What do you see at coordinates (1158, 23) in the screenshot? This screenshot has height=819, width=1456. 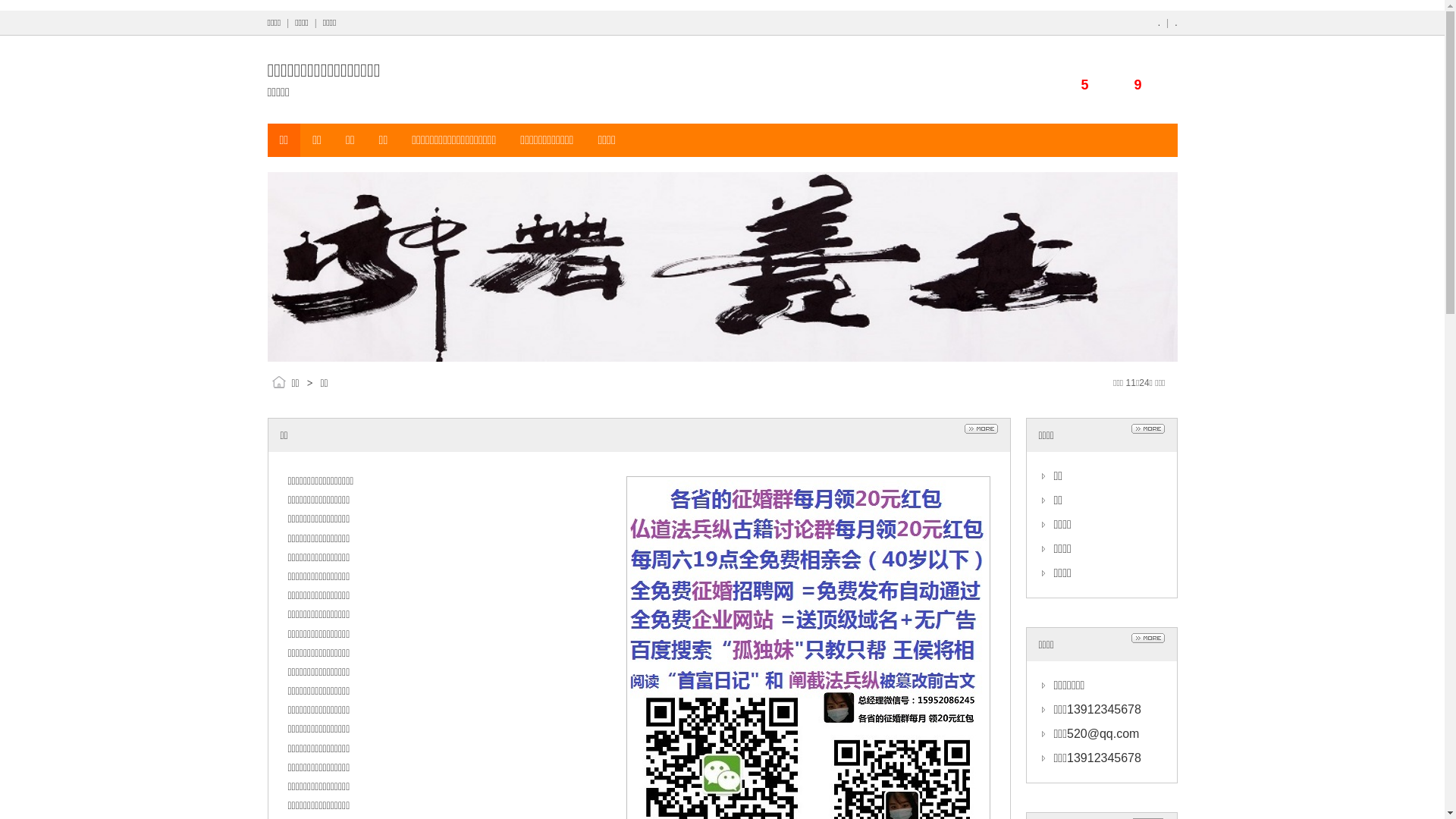 I see `'.'` at bounding box center [1158, 23].